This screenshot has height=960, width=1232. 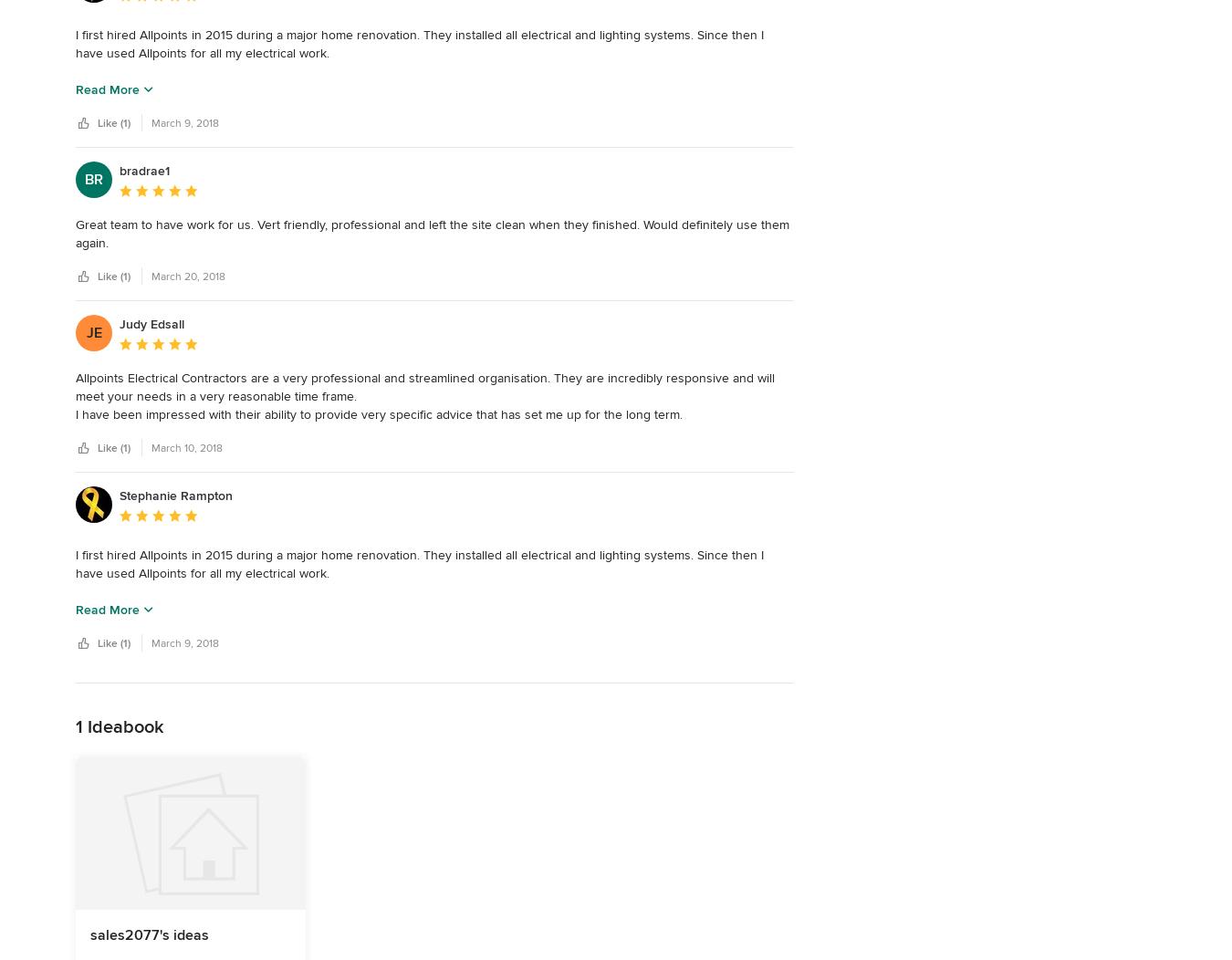 What do you see at coordinates (433, 232) in the screenshot?
I see `'Great team to have work for us. Vert friendly, professional and left the site clean when they finished. Would definitely use them again.'` at bounding box center [433, 232].